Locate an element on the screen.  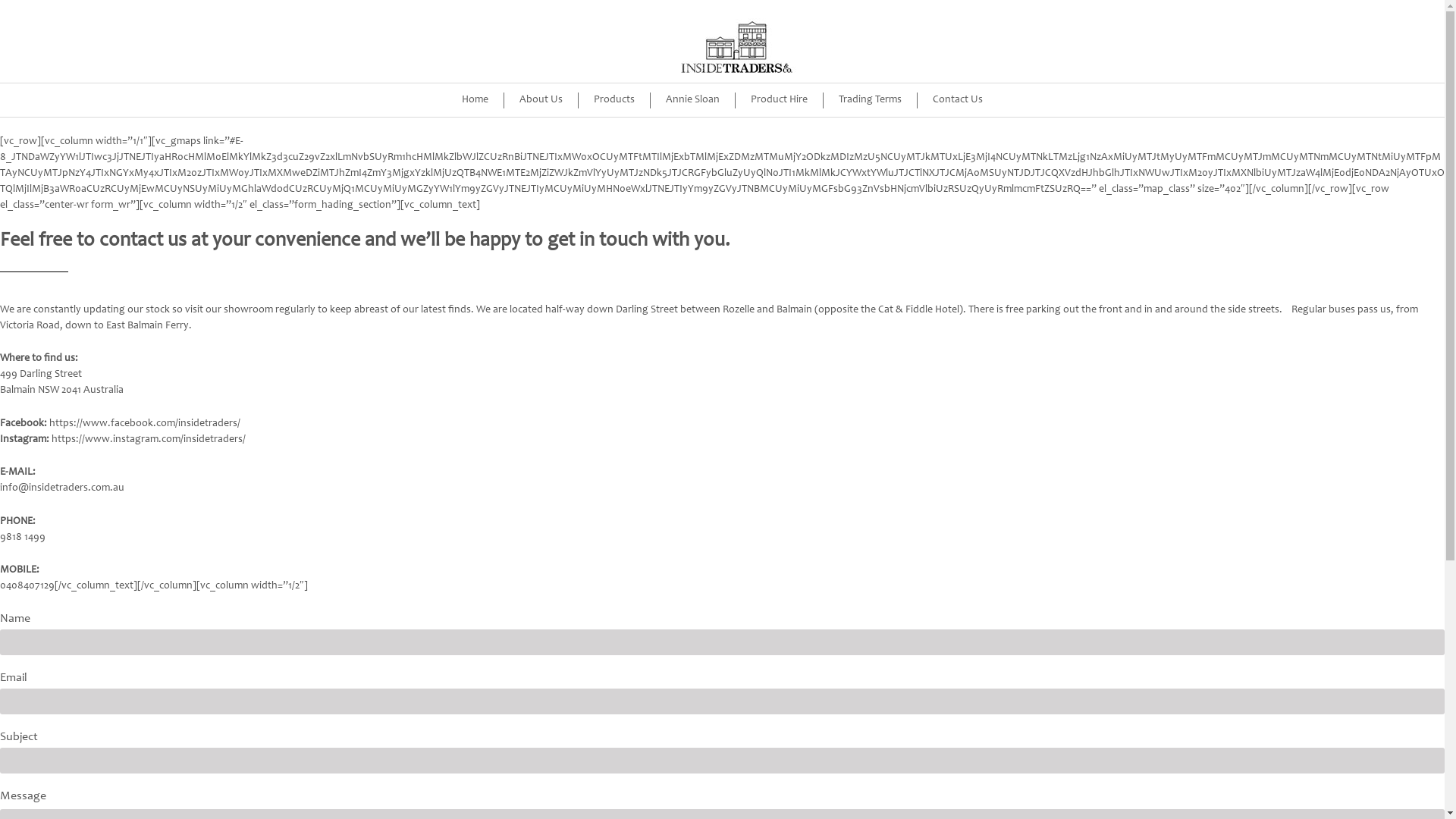
'Trading Terms' is located at coordinates (870, 100).